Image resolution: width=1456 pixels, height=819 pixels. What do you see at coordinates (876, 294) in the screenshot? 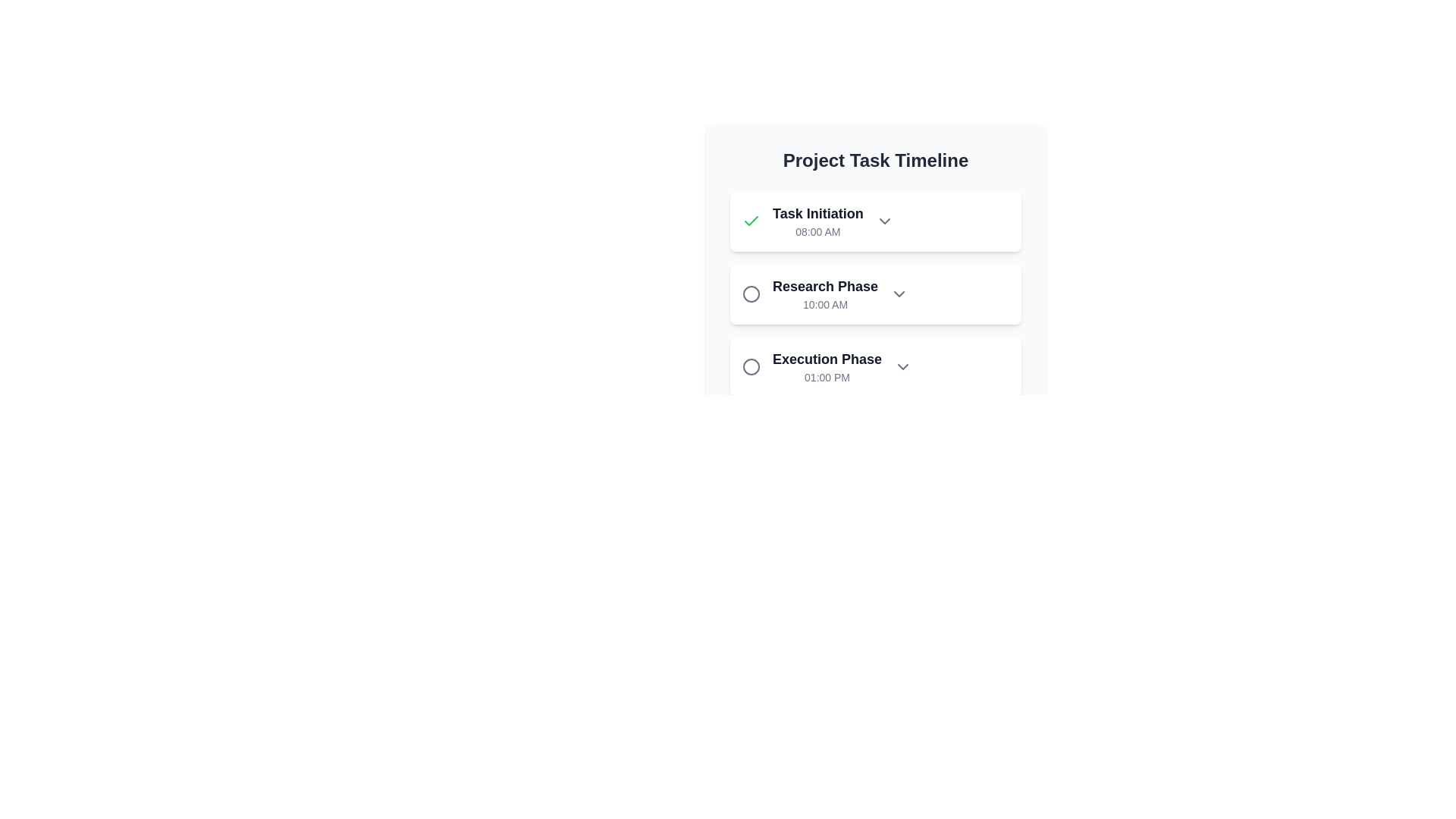
I see `the second list item labeled 'Research Phase' in the 'Project Task Timeline' section` at bounding box center [876, 294].